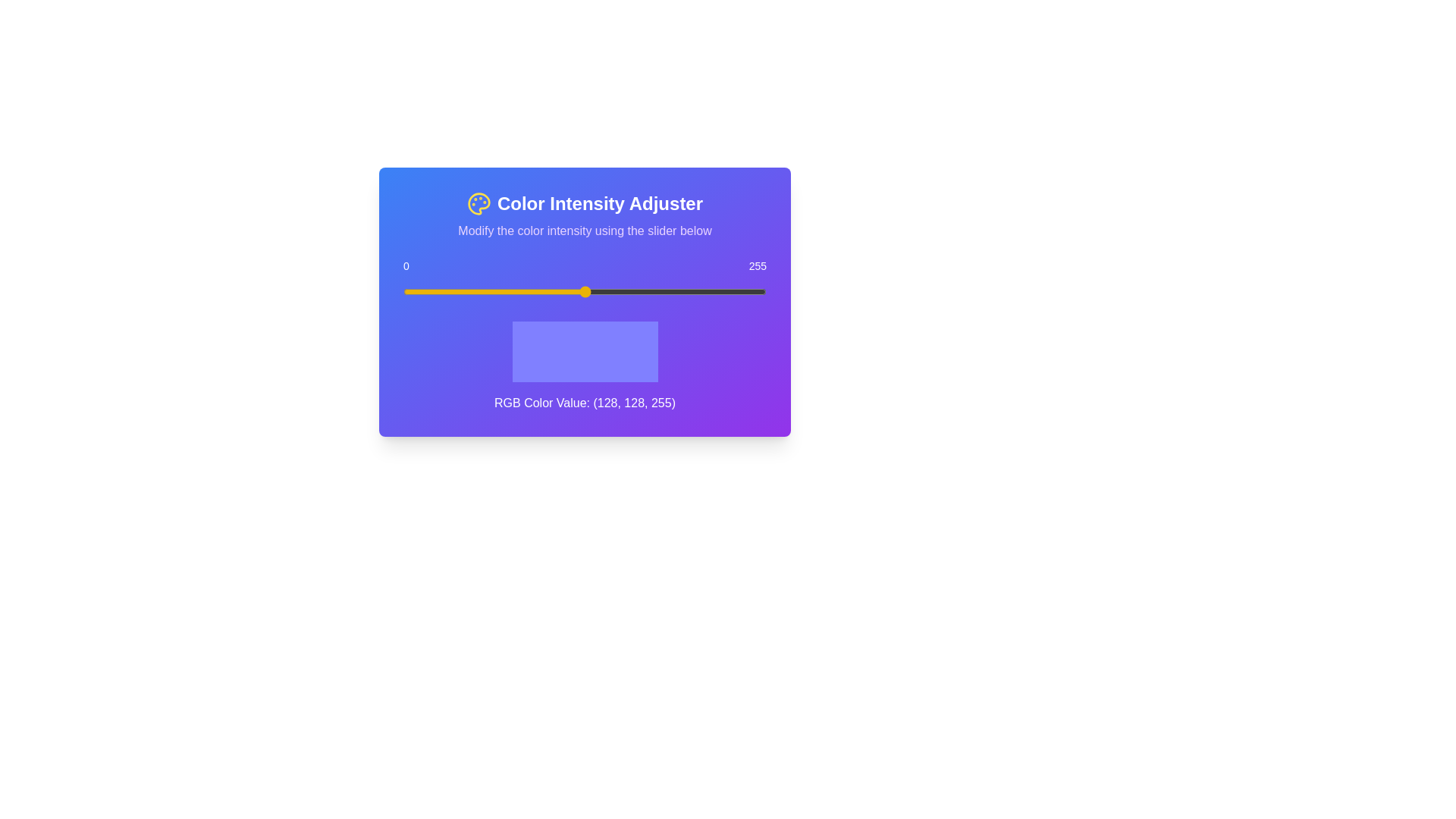  What do you see at coordinates (689, 292) in the screenshot?
I see `the slider to set the color intensity to 201` at bounding box center [689, 292].